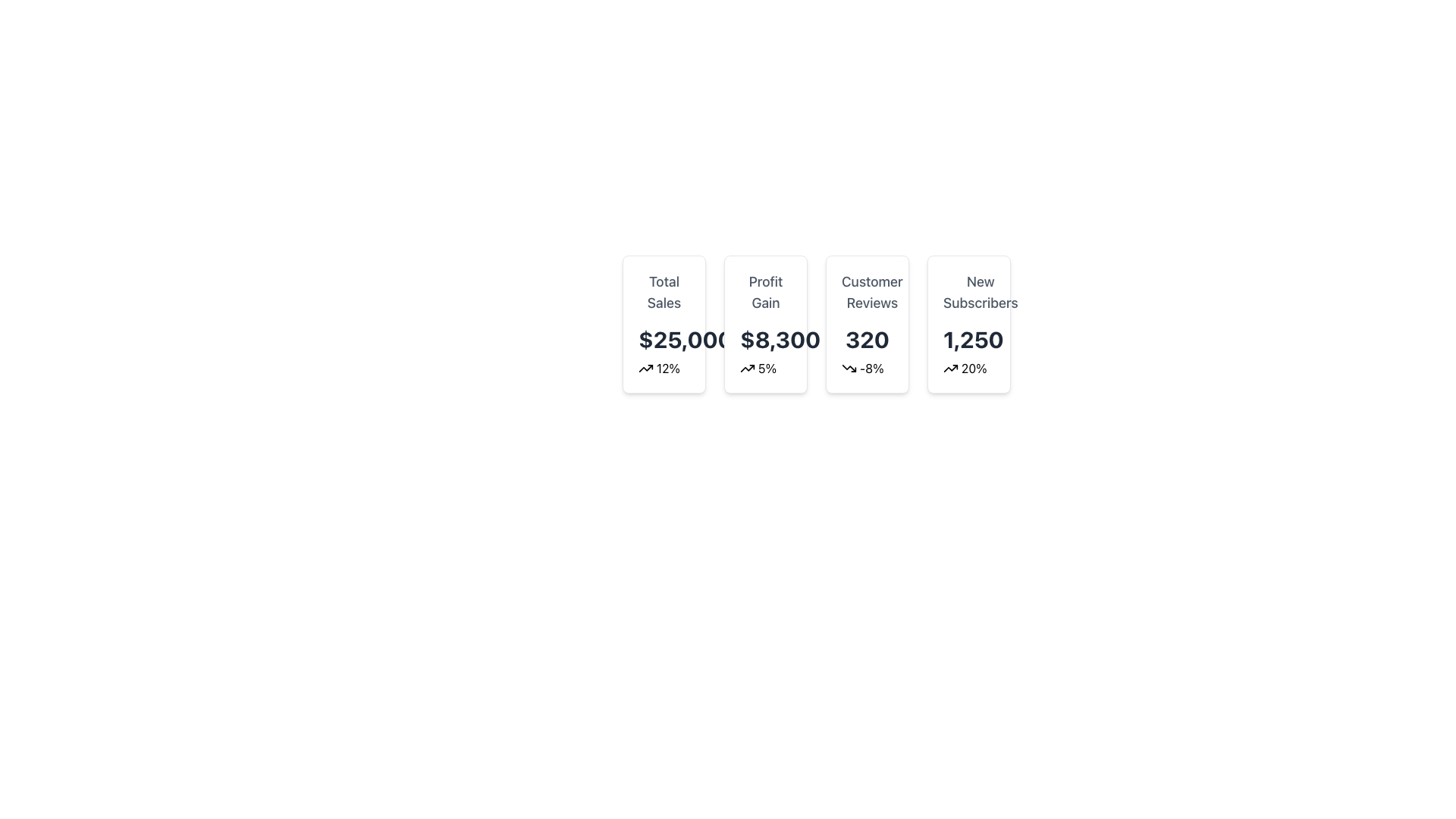 Image resolution: width=1456 pixels, height=819 pixels. I want to click on the 'Profit Gain' text label styled in dark gray, located at the top of the second card in a group of four horizontally aligned cards, so click(765, 292).